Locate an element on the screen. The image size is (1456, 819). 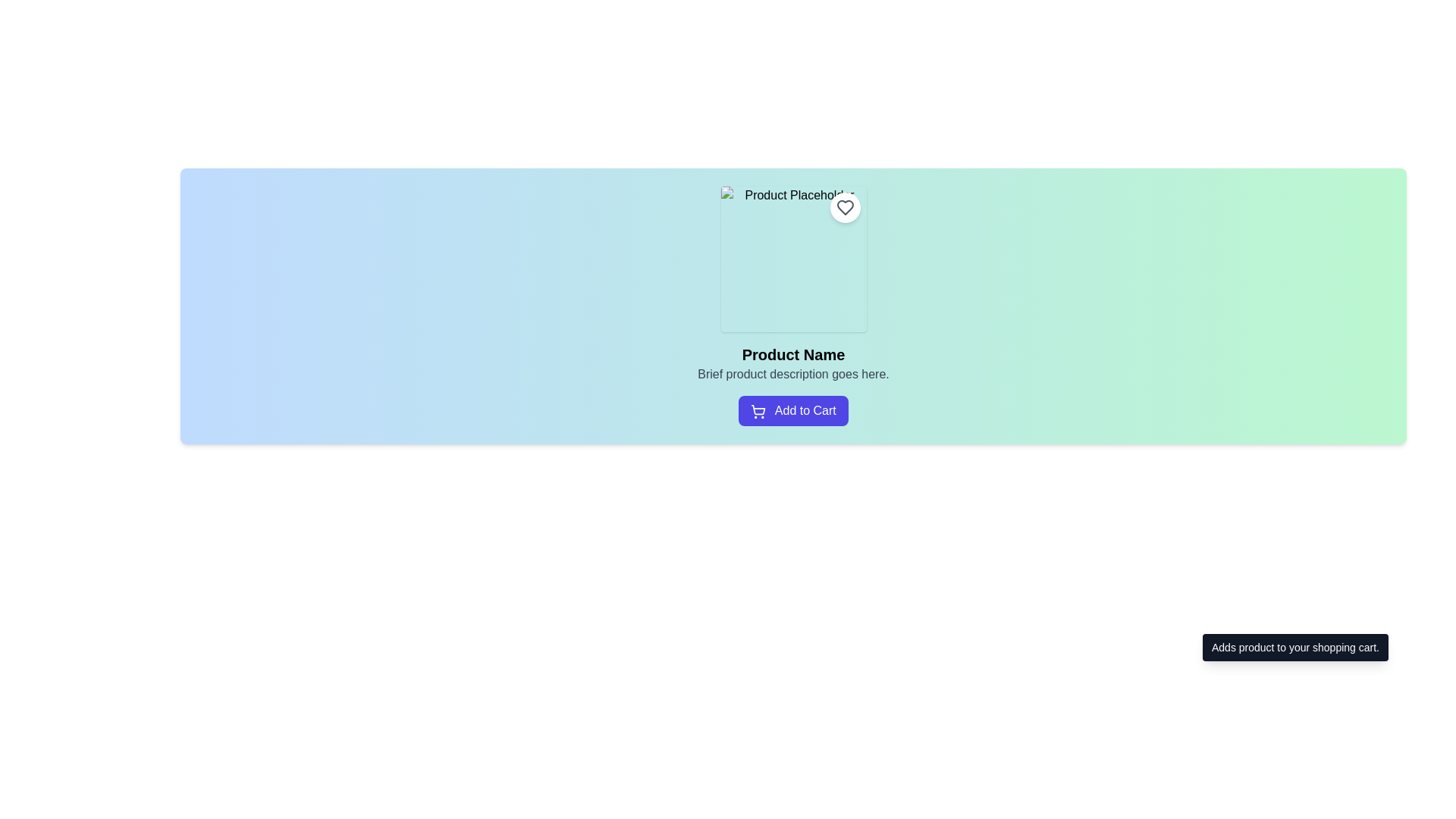
the heart-shaped icon button in the top-right corner of the product image to favorite or unfavorite the product is located at coordinates (844, 207).